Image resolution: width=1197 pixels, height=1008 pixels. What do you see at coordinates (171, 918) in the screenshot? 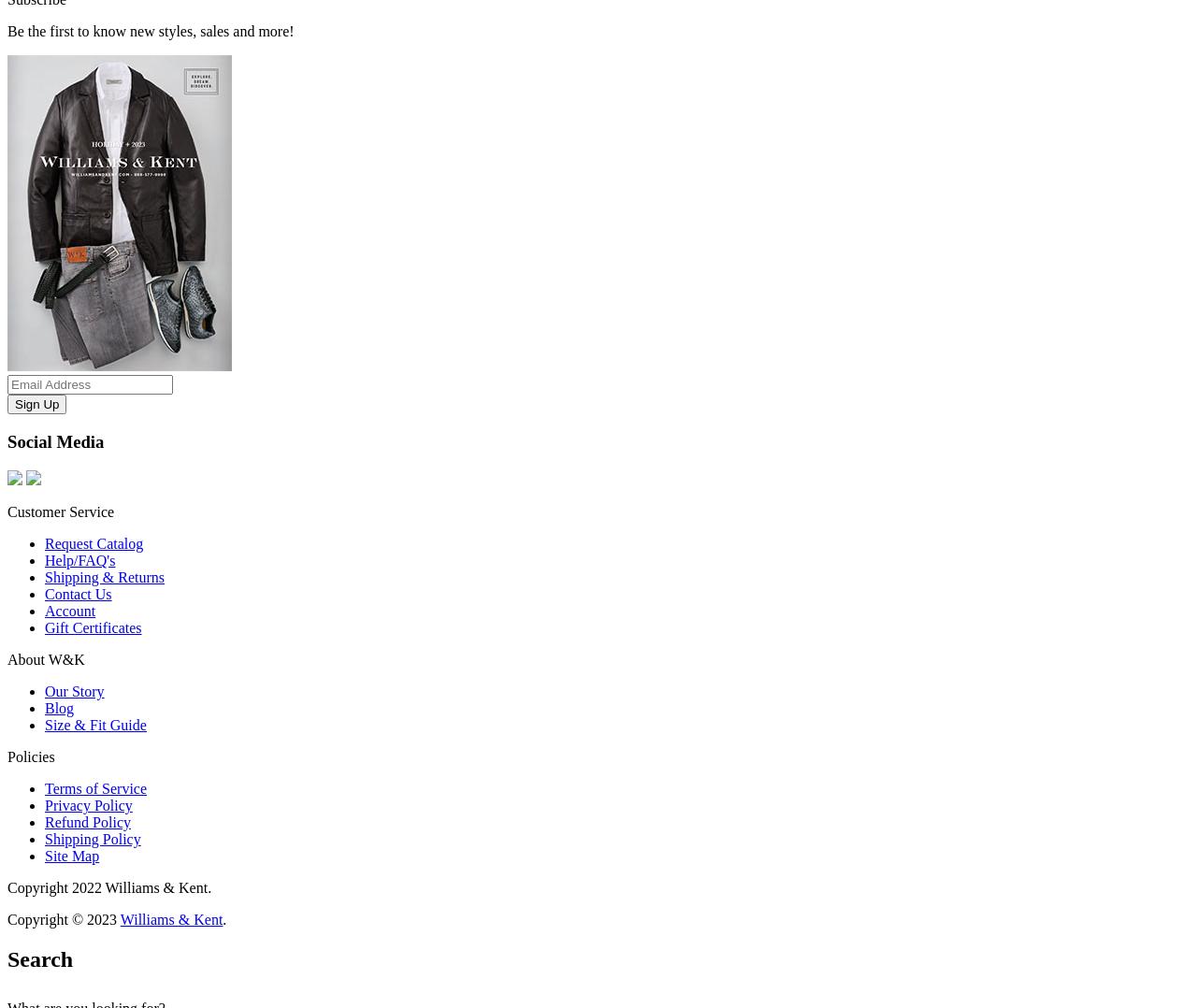
I see `'Williams & Kent'` at bounding box center [171, 918].